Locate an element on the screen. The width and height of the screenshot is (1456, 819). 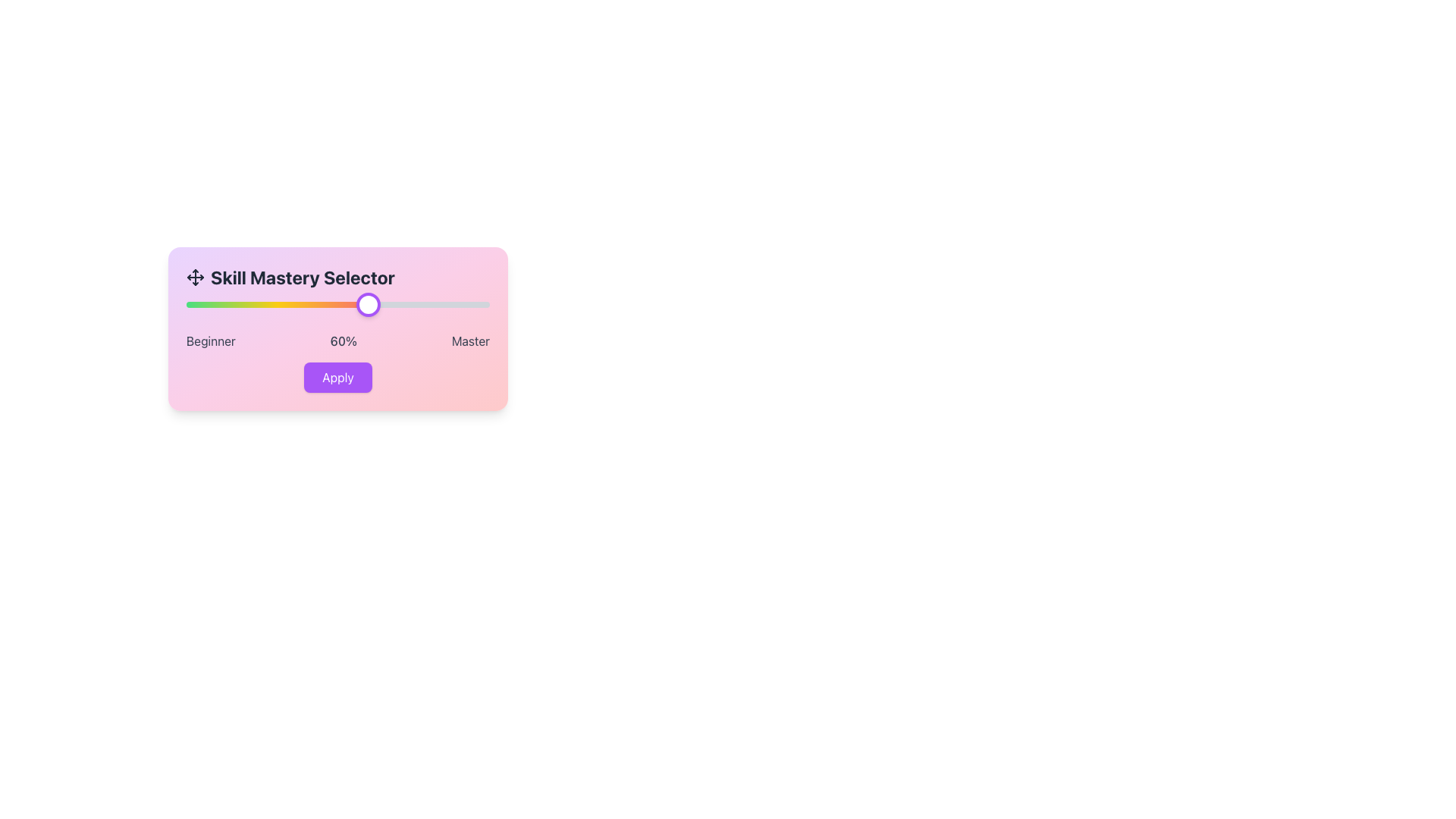
the button that triggers the action for saving or confirming the selected percentage on the 'Skill Mastery Selector', located in the lower section beneath the progress bar is located at coordinates (337, 376).